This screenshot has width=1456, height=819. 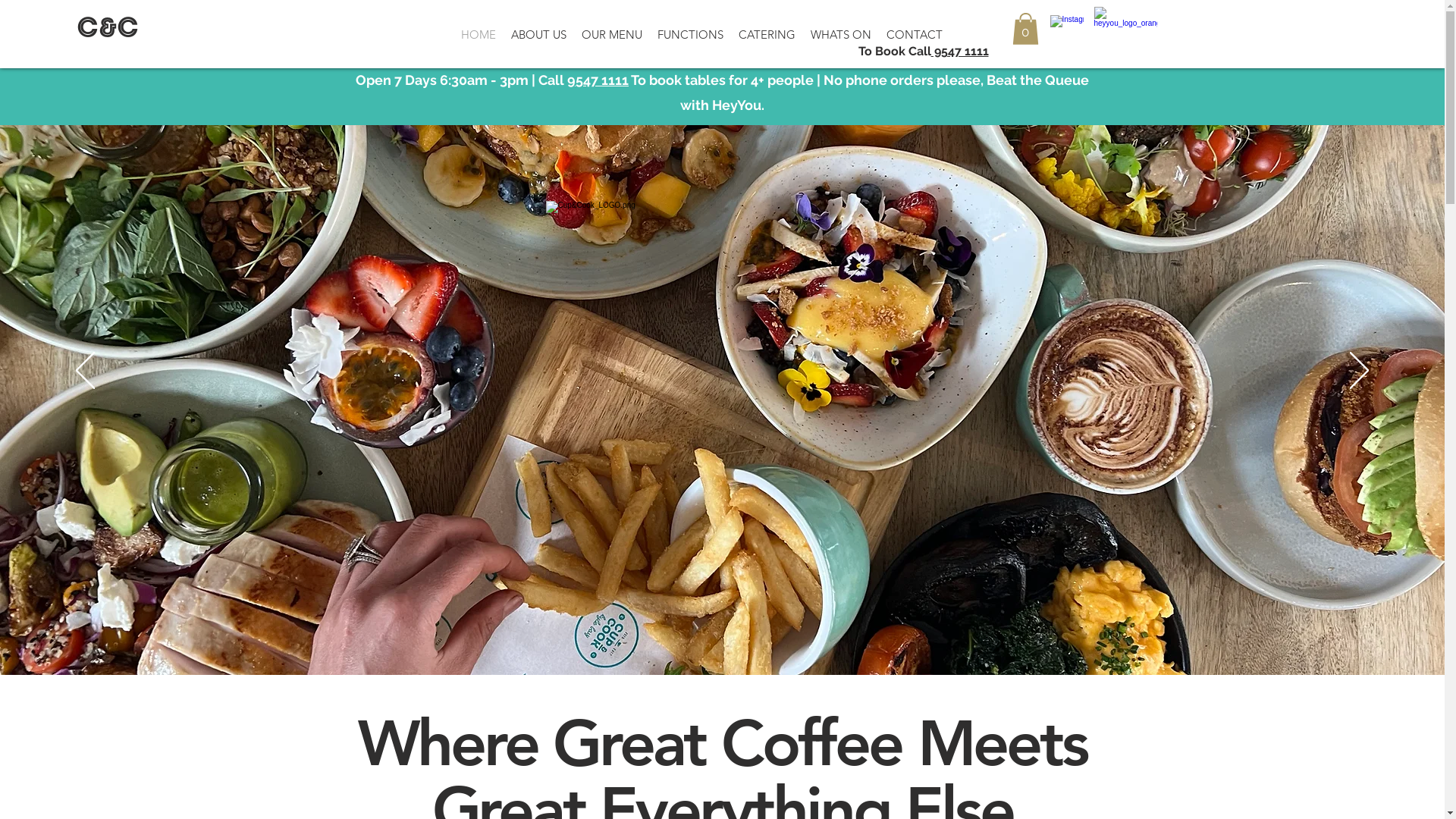 I want to click on 'C&C', so click(x=107, y=30).